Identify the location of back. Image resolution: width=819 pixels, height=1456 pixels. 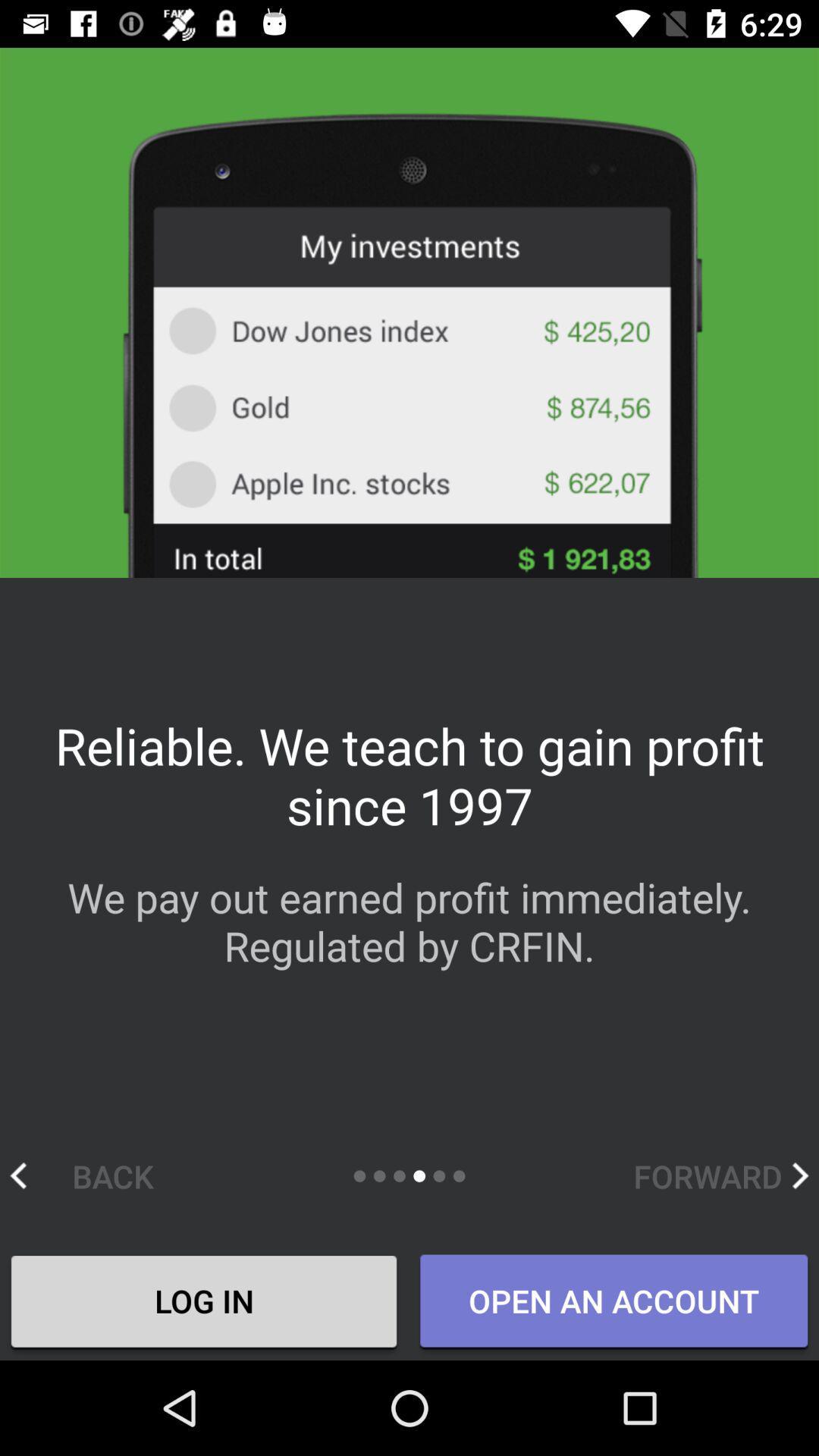
(97, 1175).